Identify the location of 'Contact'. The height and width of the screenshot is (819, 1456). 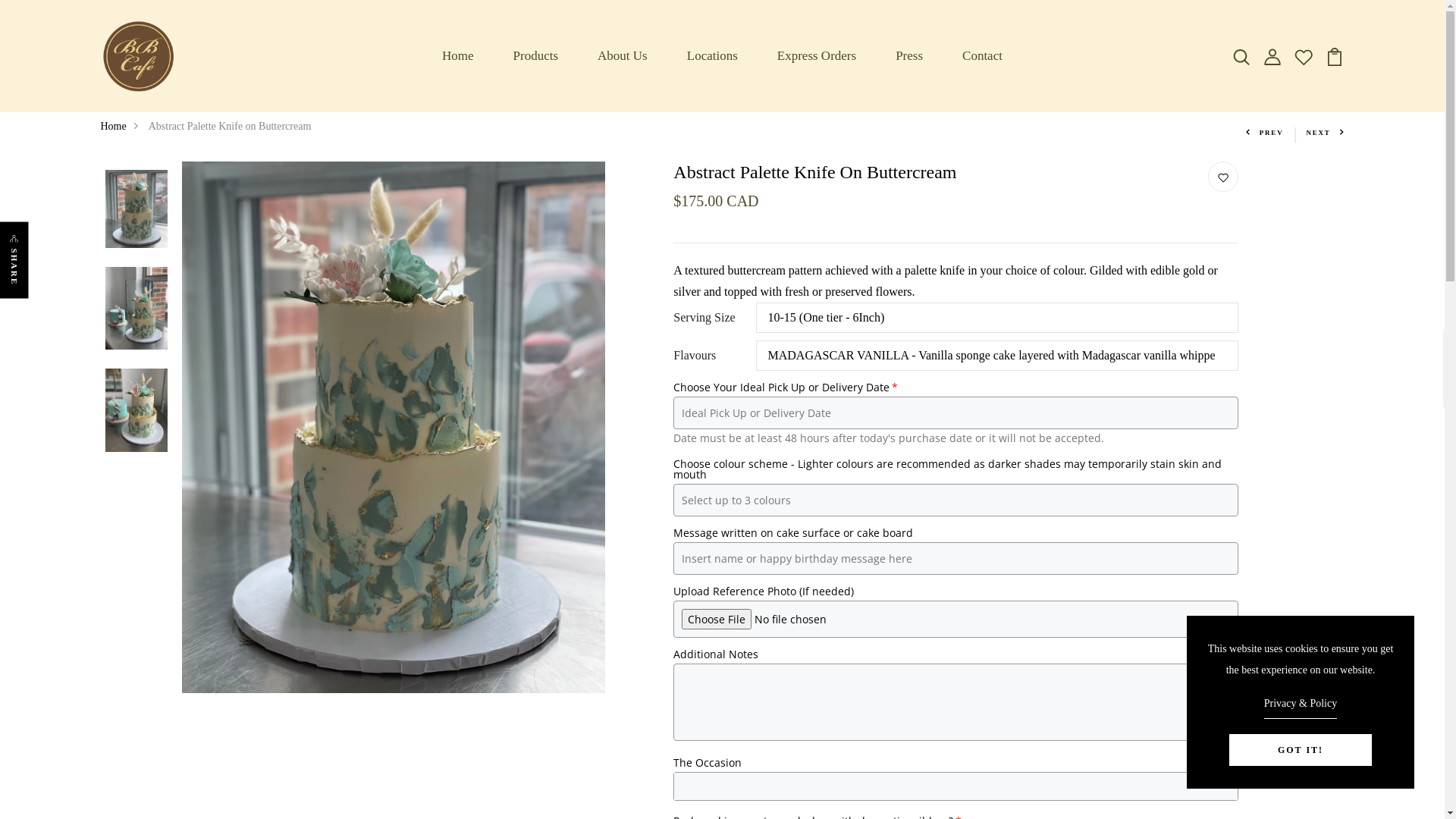
(955, 55).